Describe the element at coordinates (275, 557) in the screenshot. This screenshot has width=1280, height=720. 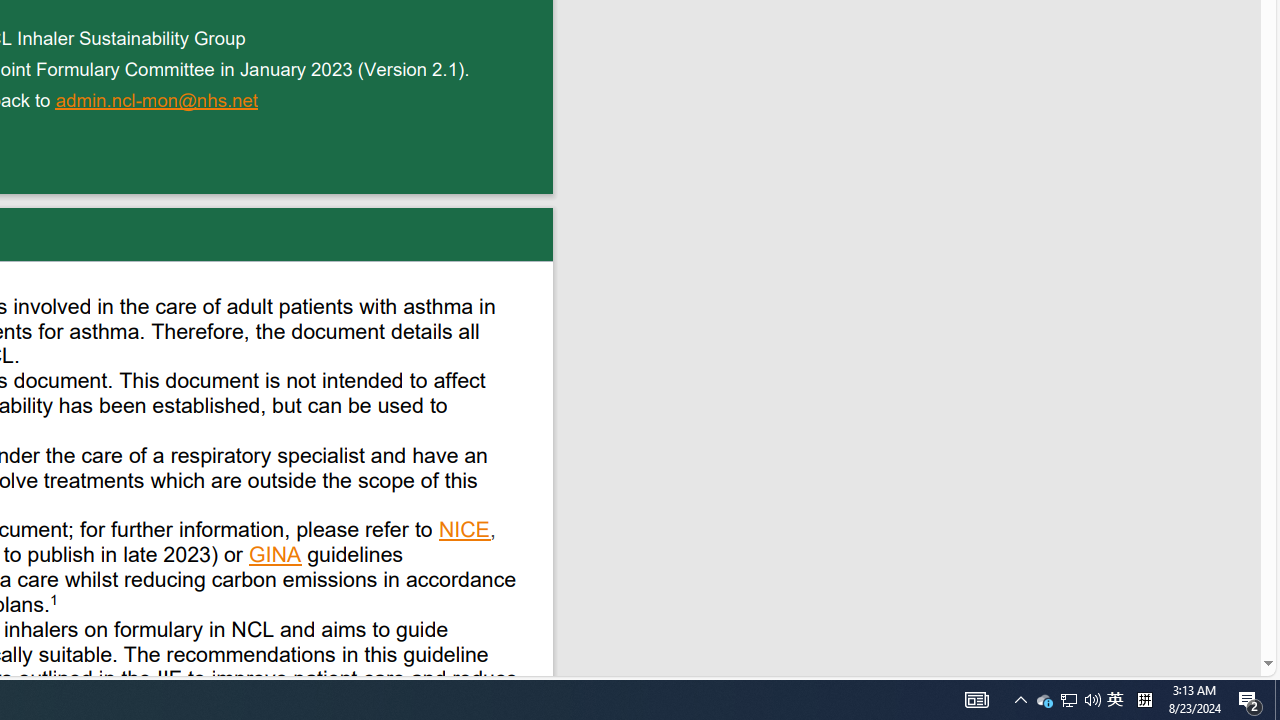
I see `'GINA '` at that location.